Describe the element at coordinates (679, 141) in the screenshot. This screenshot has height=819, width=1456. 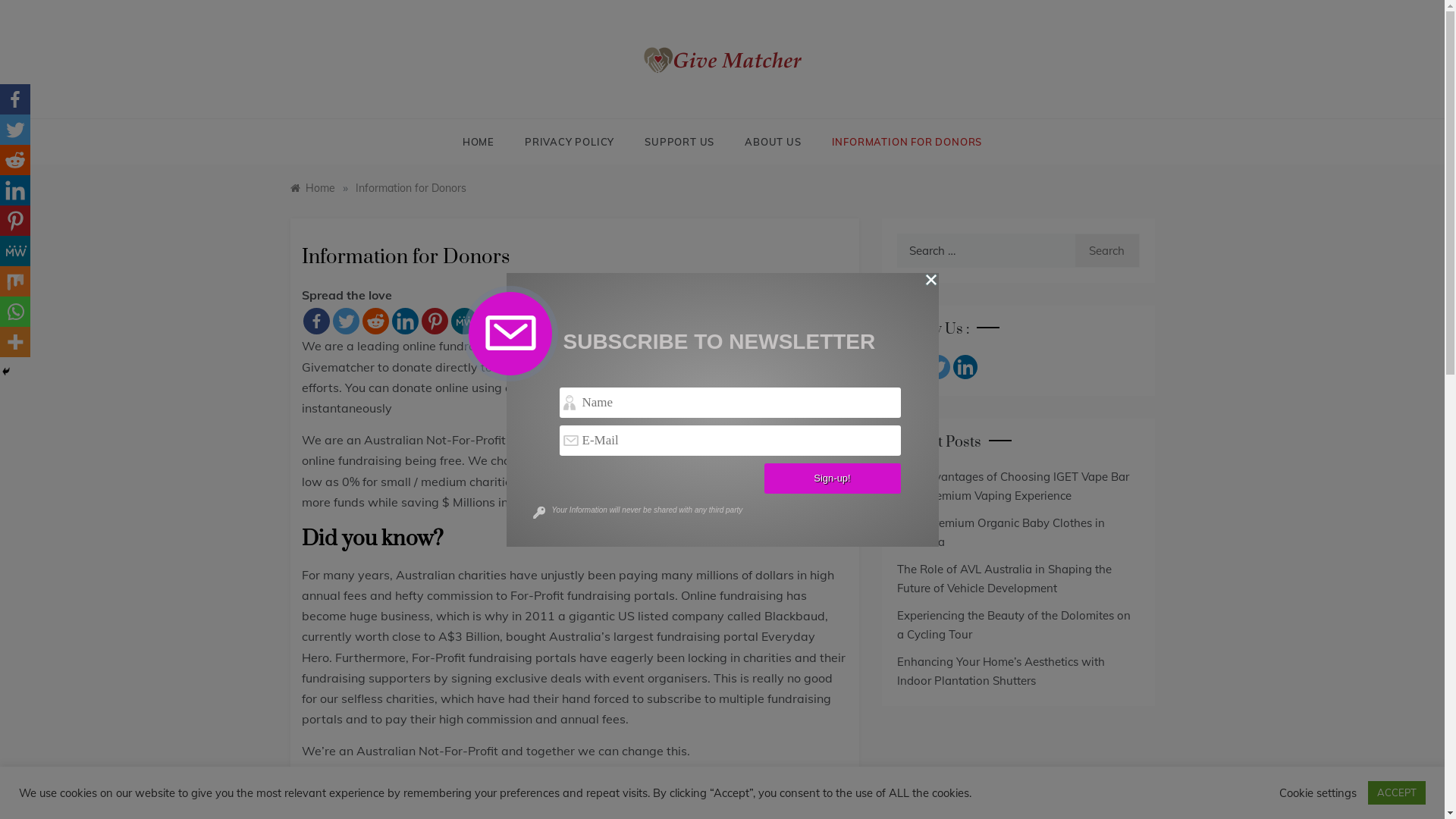
I see `'SUPPORT US'` at that location.